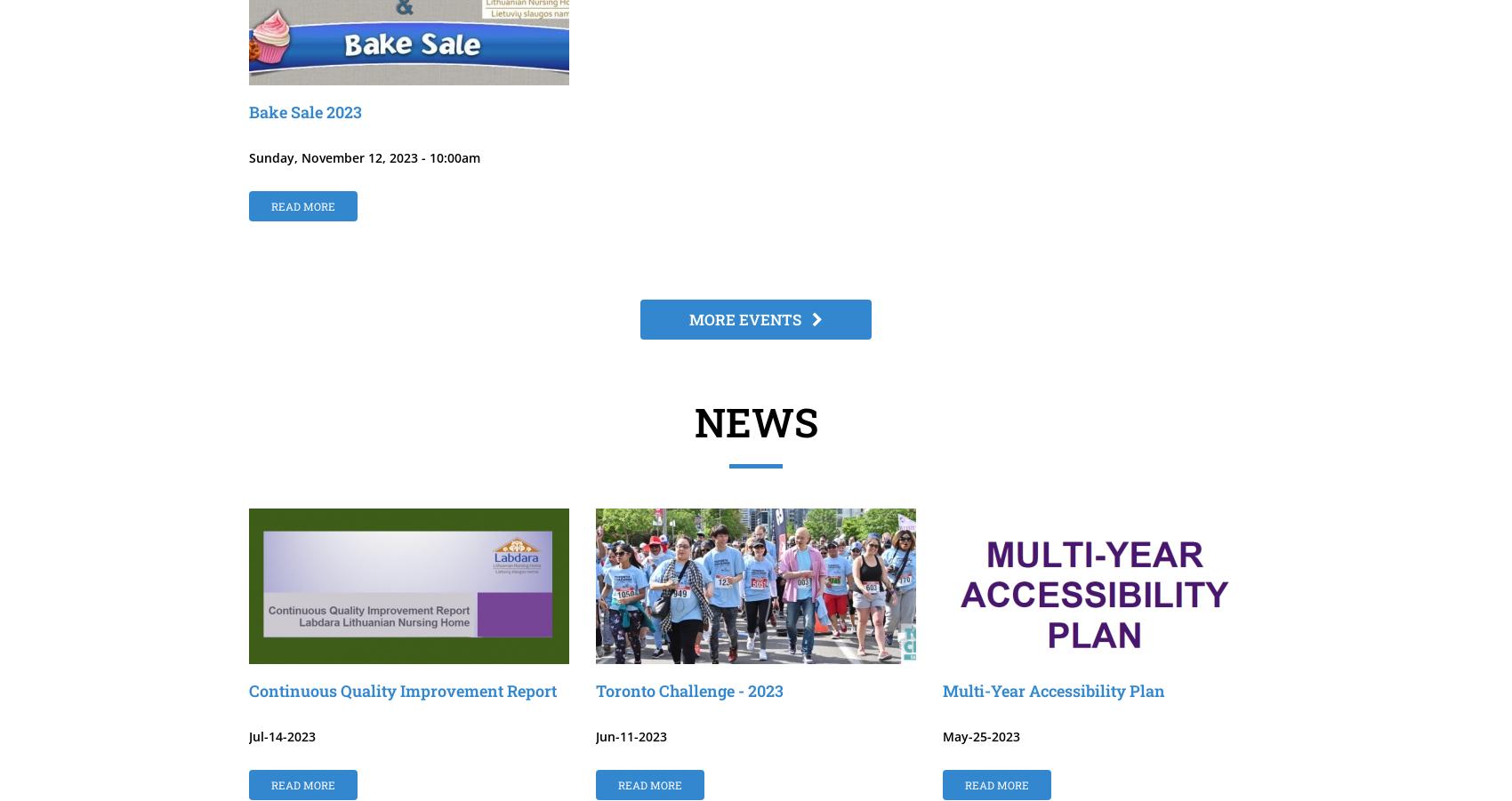 Image resolution: width=1512 pixels, height=801 pixels. What do you see at coordinates (1053, 690) in the screenshot?
I see `'Multi-Year Accessibility Plan'` at bounding box center [1053, 690].